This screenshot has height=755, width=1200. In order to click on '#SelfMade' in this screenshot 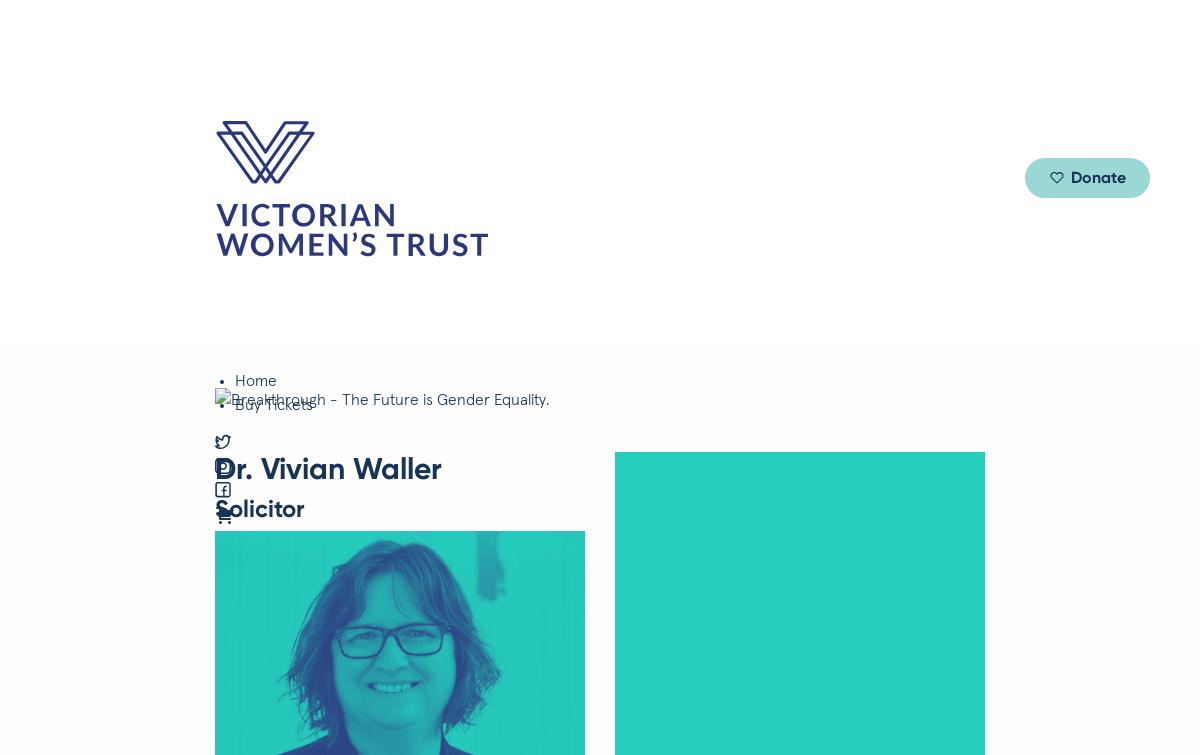, I will do `click(771, 159)`.